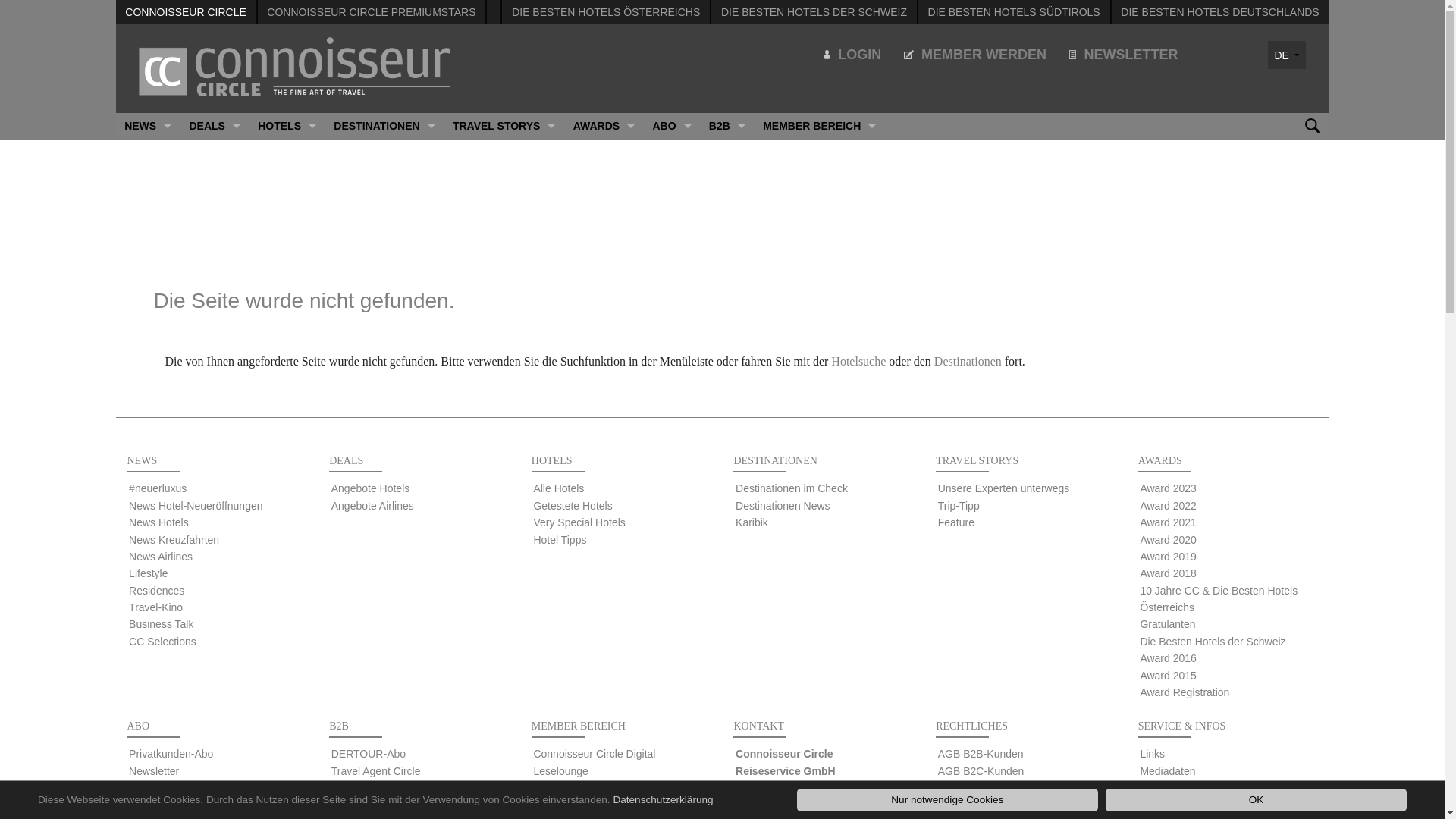 This screenshot has height=819, width=1456. What do you see at coordinates (1211, 641) in the screenshot?
I see `'Die Besten Hotels der Schweiz'` at bounding box center [1211, 641].